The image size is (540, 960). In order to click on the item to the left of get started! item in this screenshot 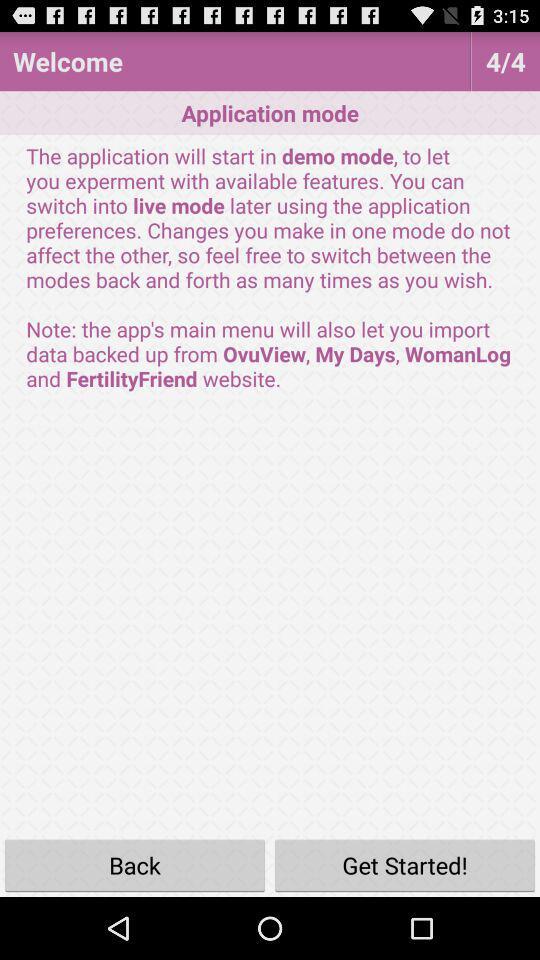, I will do `click(135, 864)`.